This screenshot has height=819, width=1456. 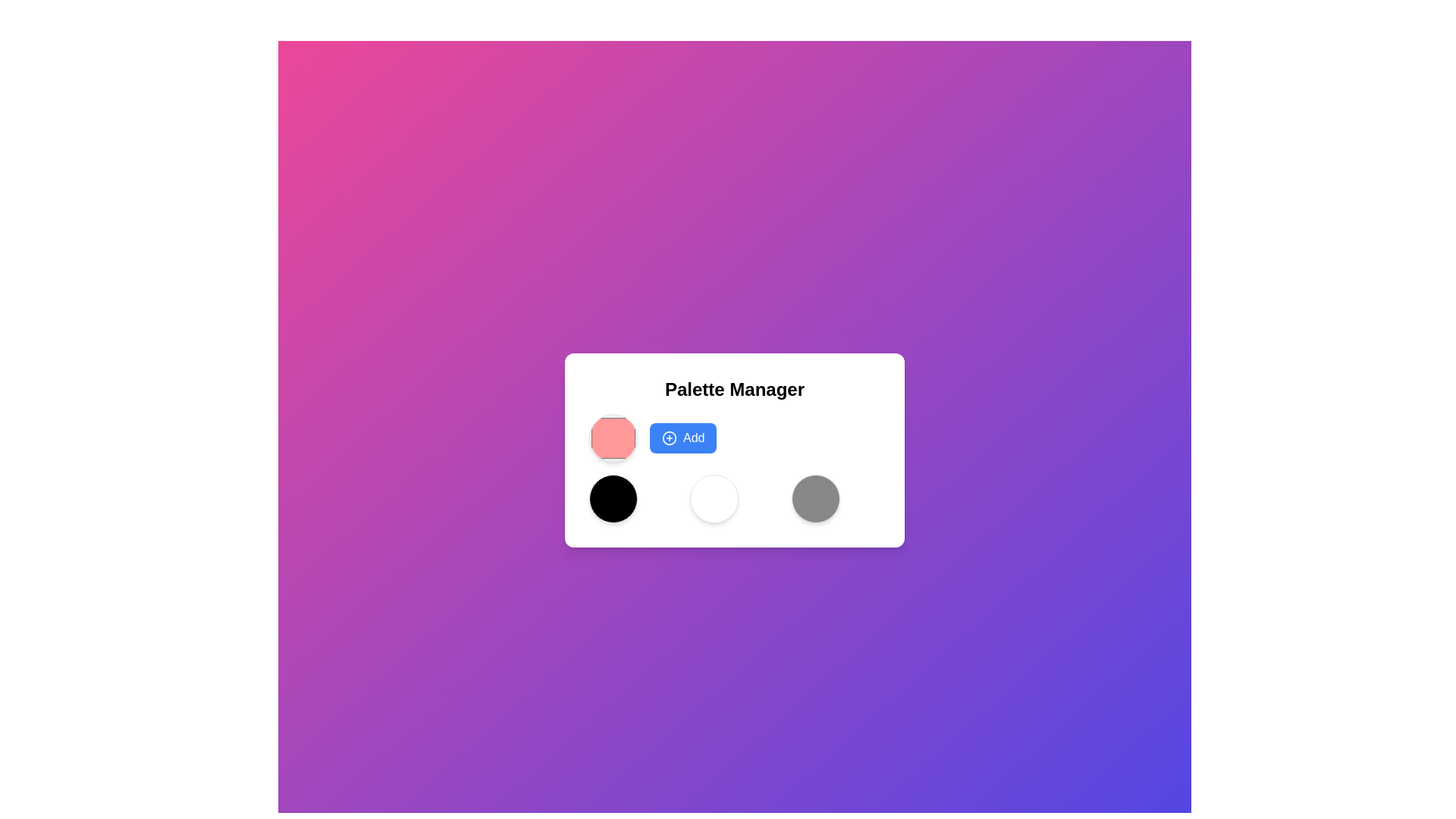 I want to click on the 'Add' button which contains a minimalist circular icon with a plus symbol, located below the 'Palette Manager' heading, so click(x=669, y=438).